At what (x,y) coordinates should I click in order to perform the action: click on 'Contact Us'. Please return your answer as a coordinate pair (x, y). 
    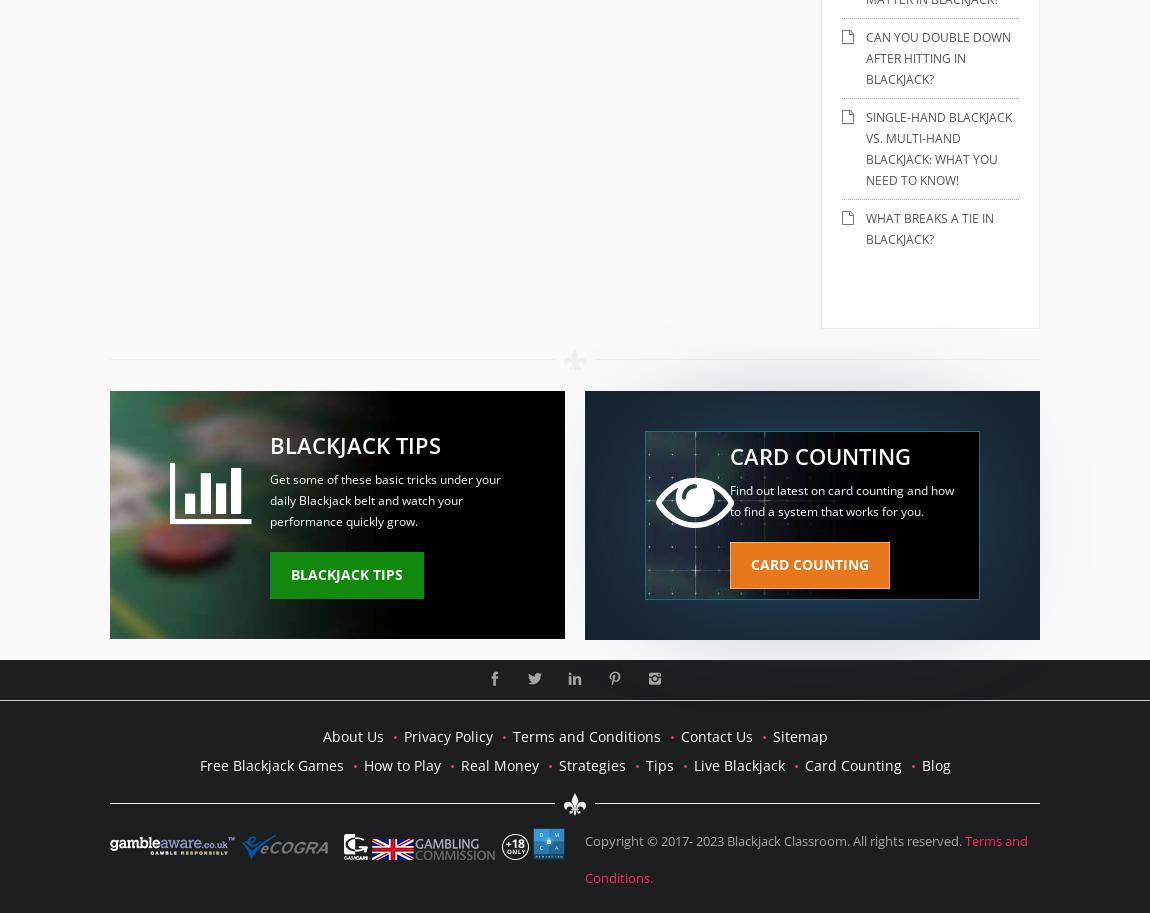
    Looking at the image, I should click on (714, 734).